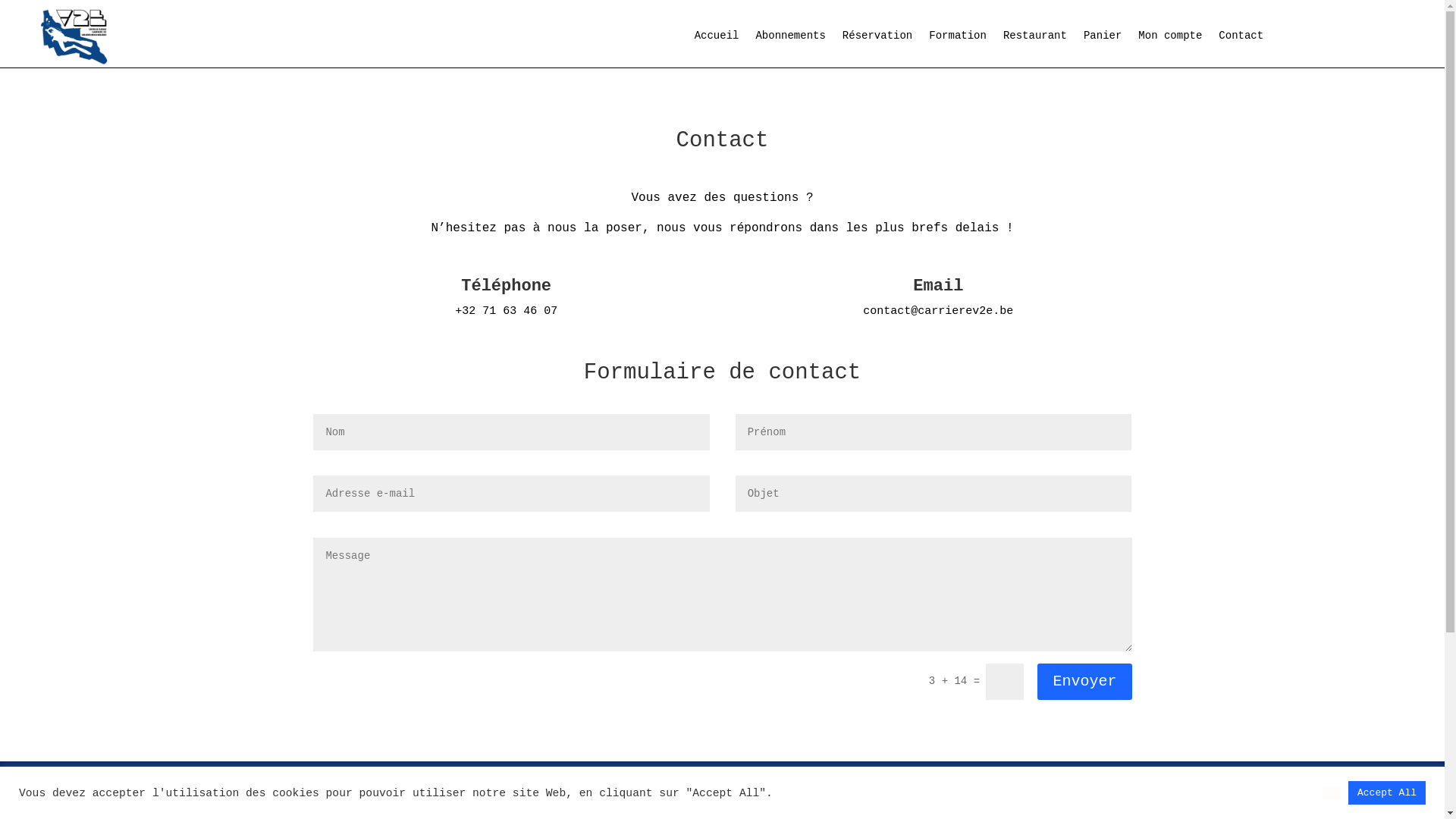 The image size is (1456, 819). What do you see at coordinates (1169, 37) in the screenshot?
I see `'Mon compte'` at bounding box center [1169, 37].